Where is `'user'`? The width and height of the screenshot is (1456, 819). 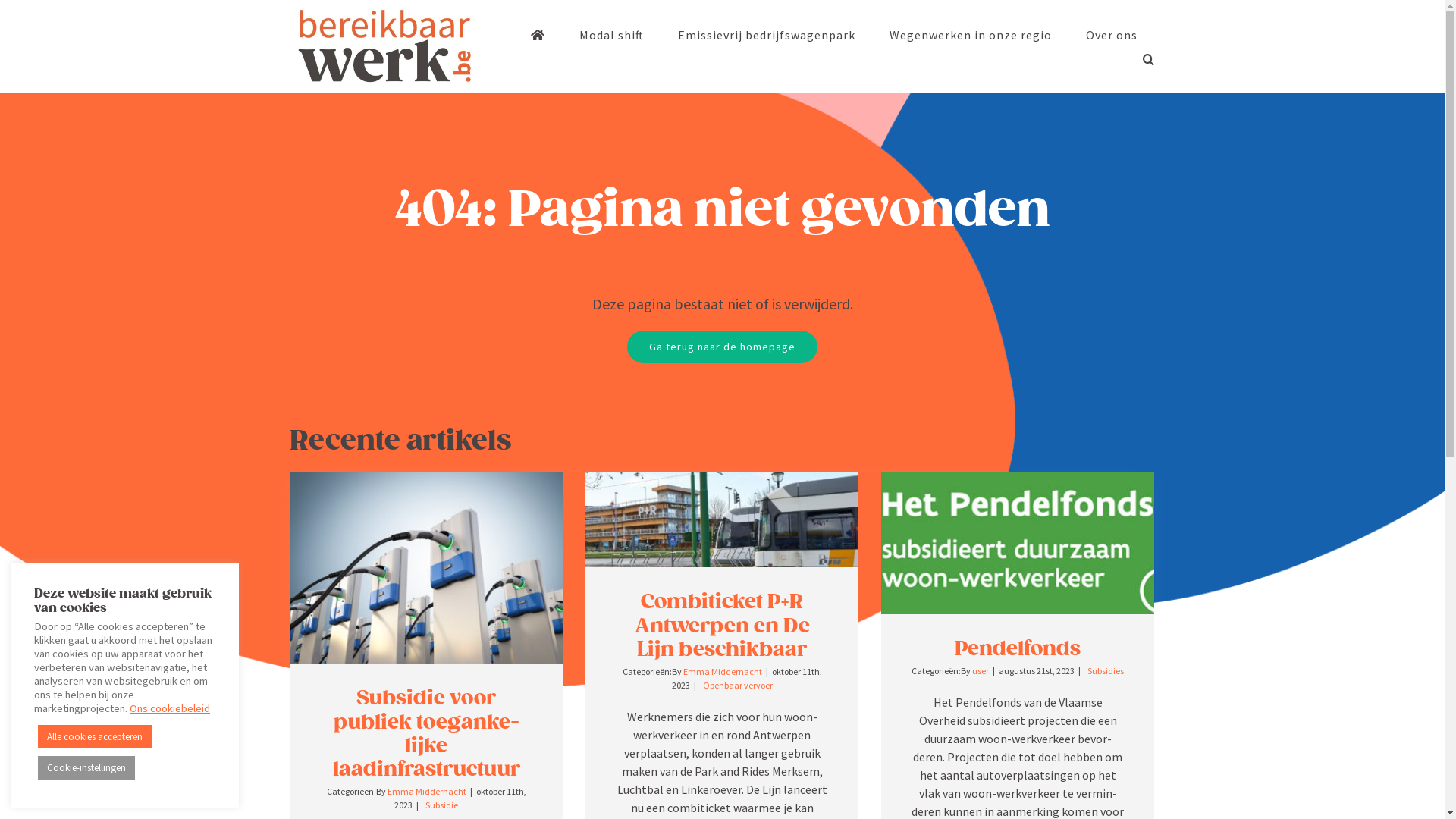 'user' is located at coordinates (980, 670).